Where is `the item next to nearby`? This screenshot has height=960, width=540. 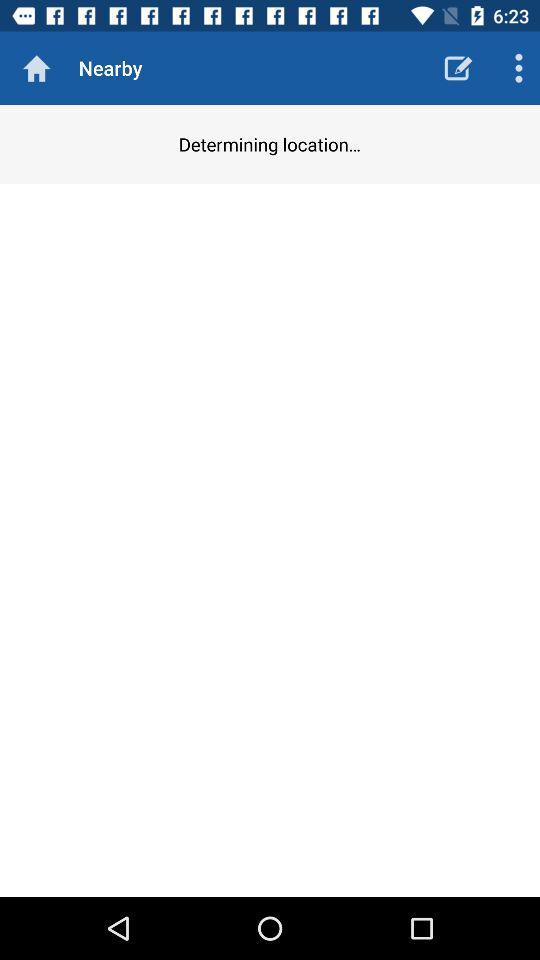 the item next to nearby is located at coordinates (458, 68).